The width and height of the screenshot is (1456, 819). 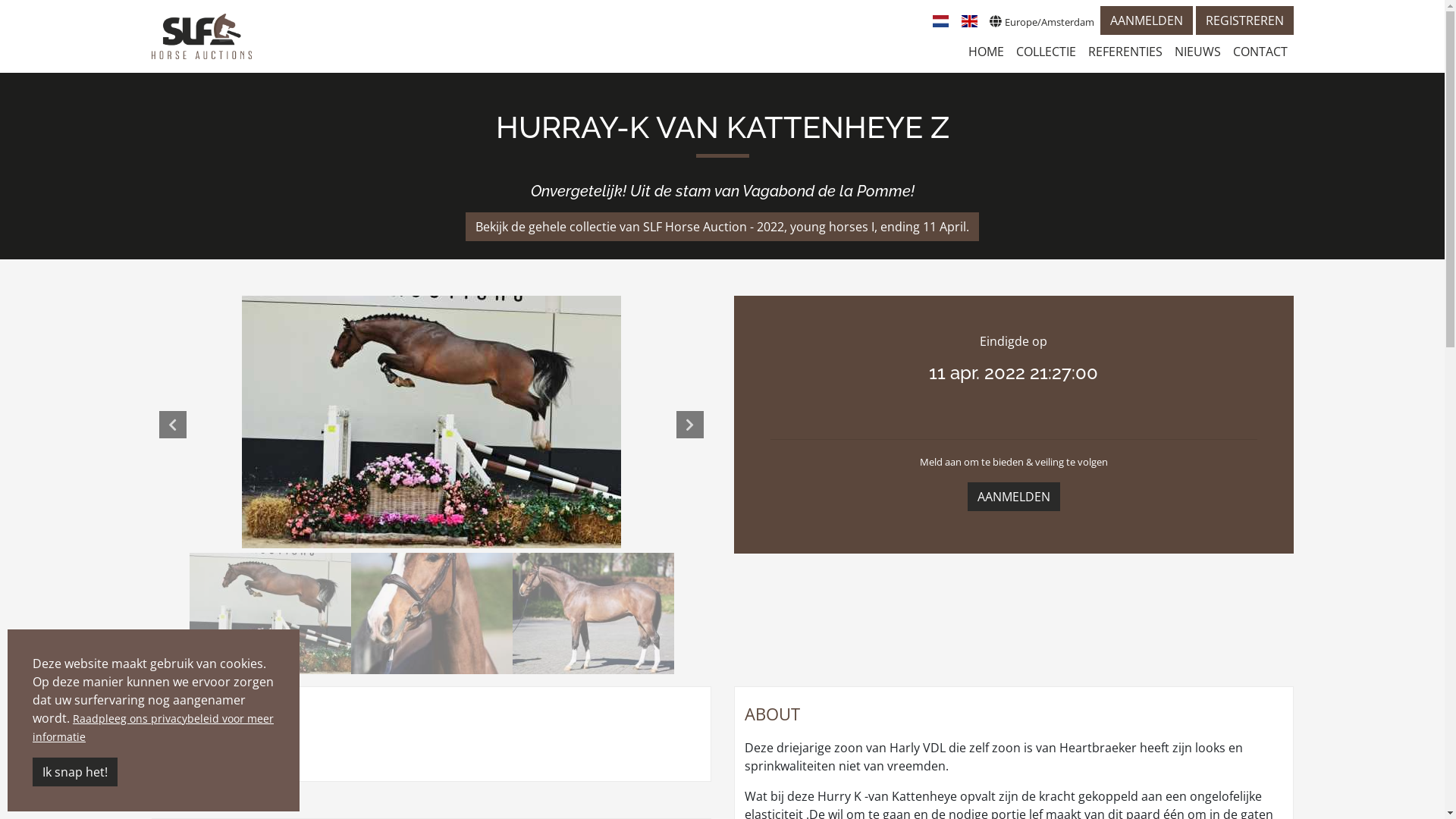 I want to click on 'REFERENTIES', so click(x=1080, y=51).